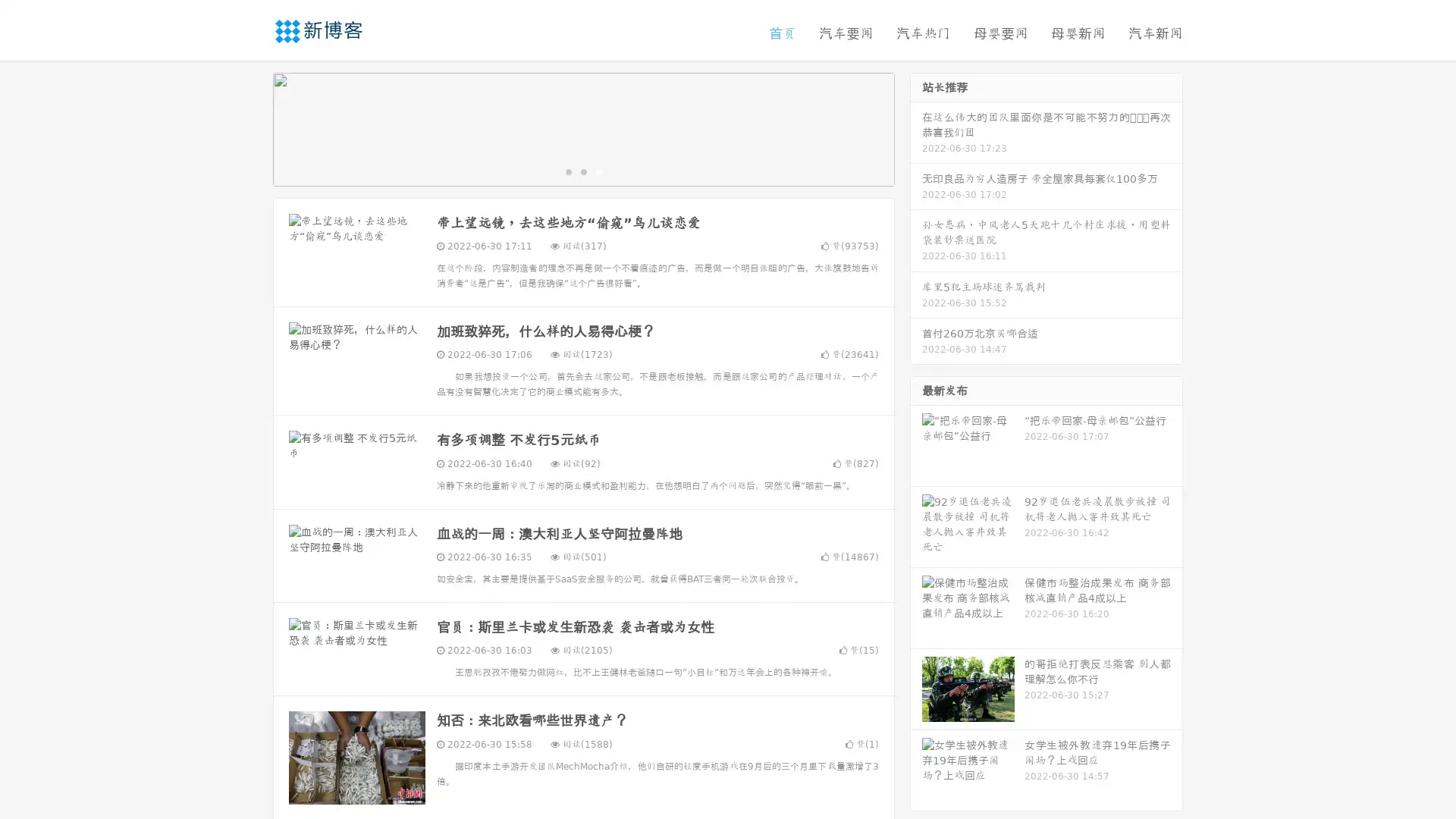  I want to click on Go to slide 2, so click(582, 171).